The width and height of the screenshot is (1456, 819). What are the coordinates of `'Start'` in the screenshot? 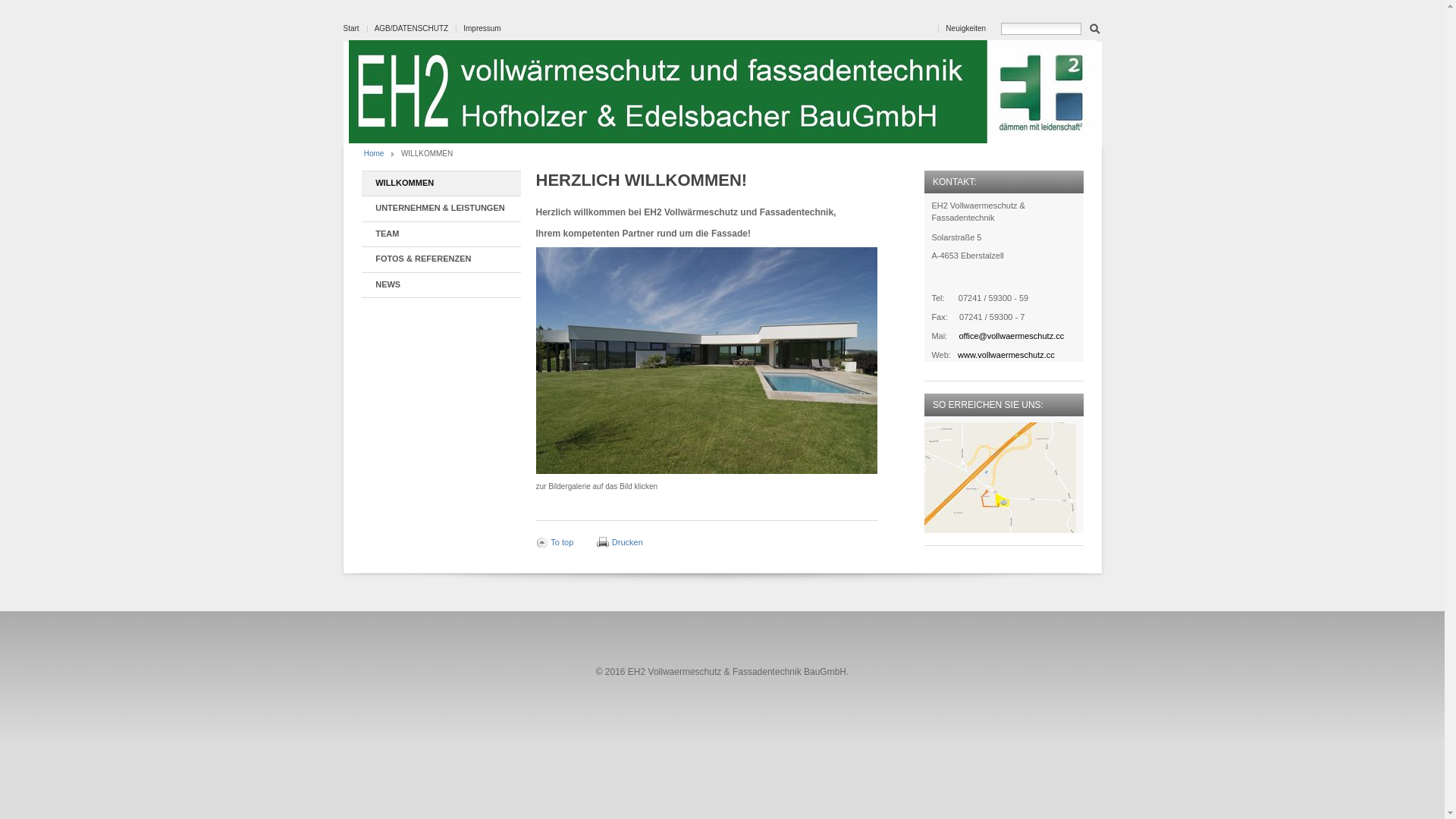 It's located at (350, 28).